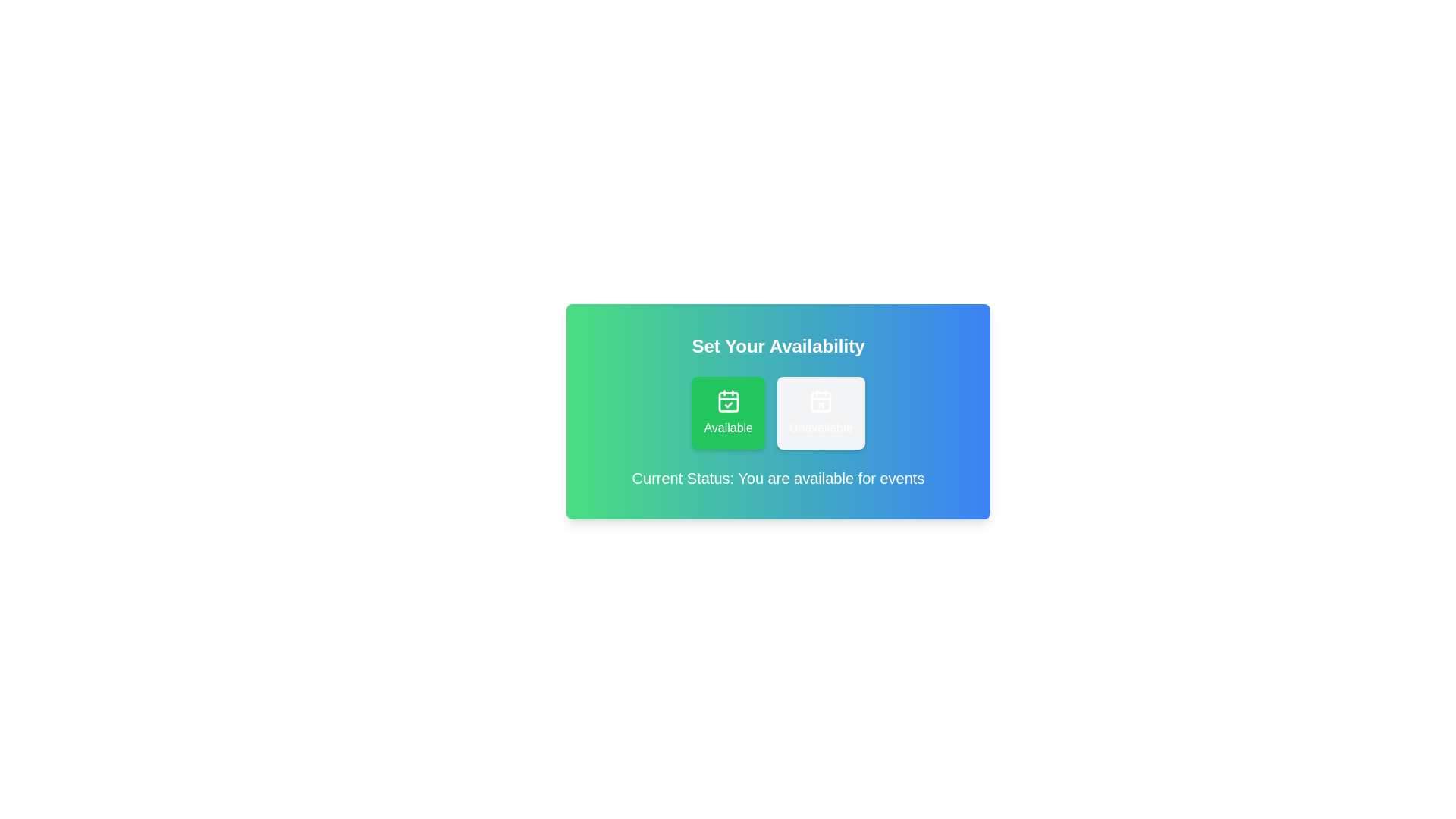 The image size is (1456, 819). Describe the element at coordinates (728, 413) in the screenshot. I see `the button labeled Available to observe visual feedback` at that location.